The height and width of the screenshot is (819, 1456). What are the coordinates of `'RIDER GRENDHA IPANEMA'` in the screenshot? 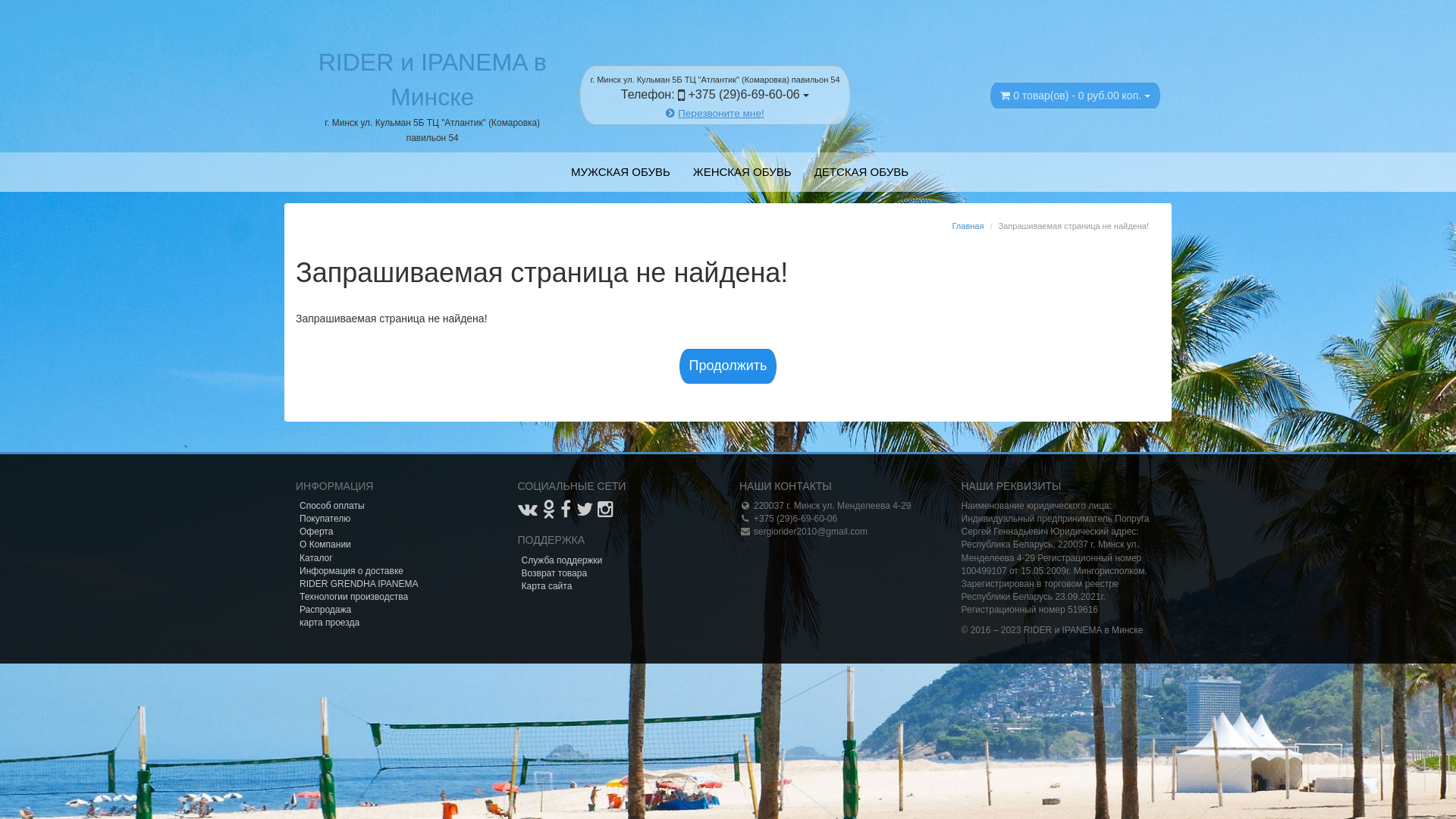 It's located at (299, 583).